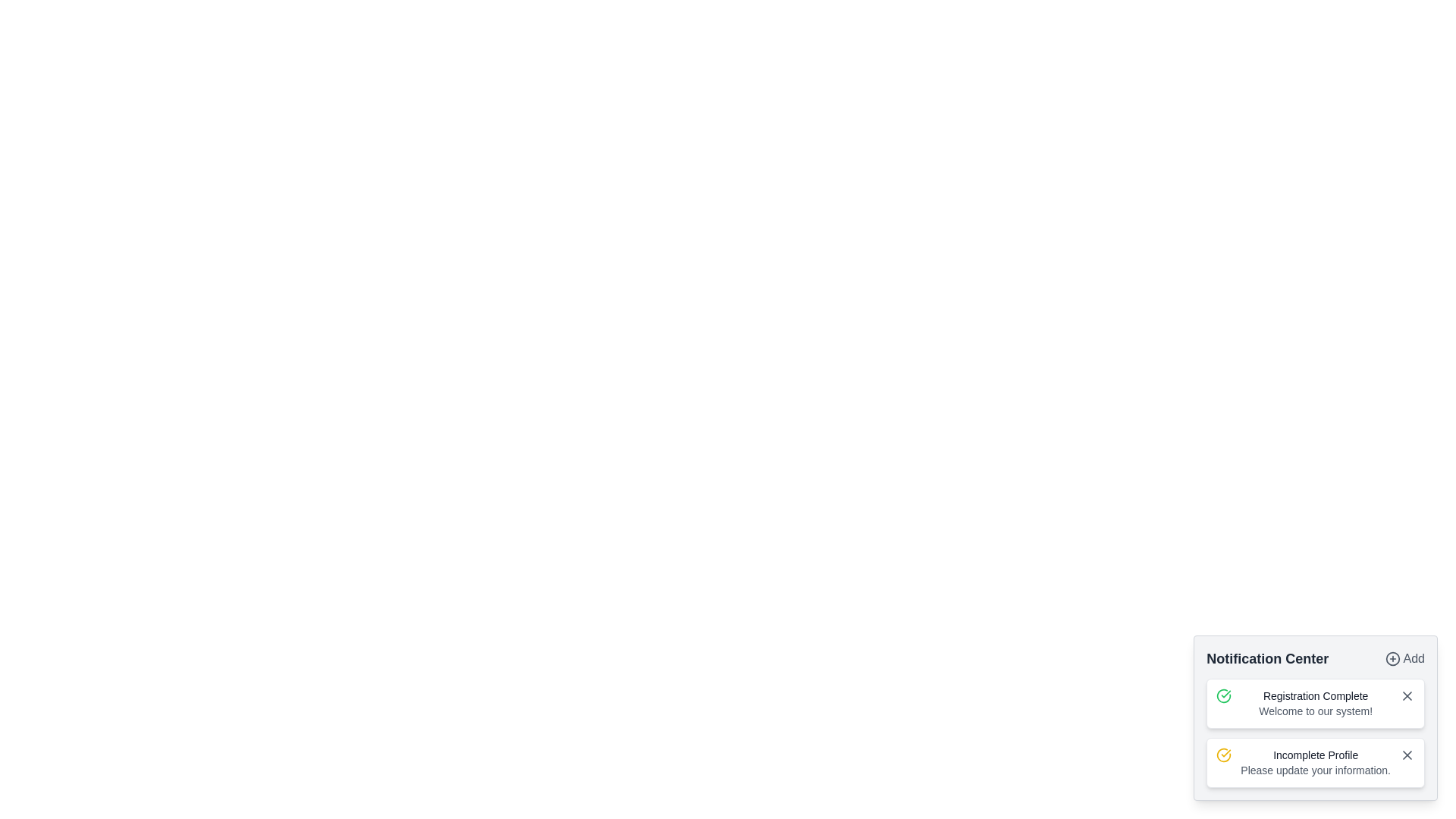  What do you see at coordinates (1315, 657) in the screenshot?
I see `'Notification Center' text located in the header bar of the notification card, which features bold, large text styled in light gray color` at bounding box center [1315, 657].